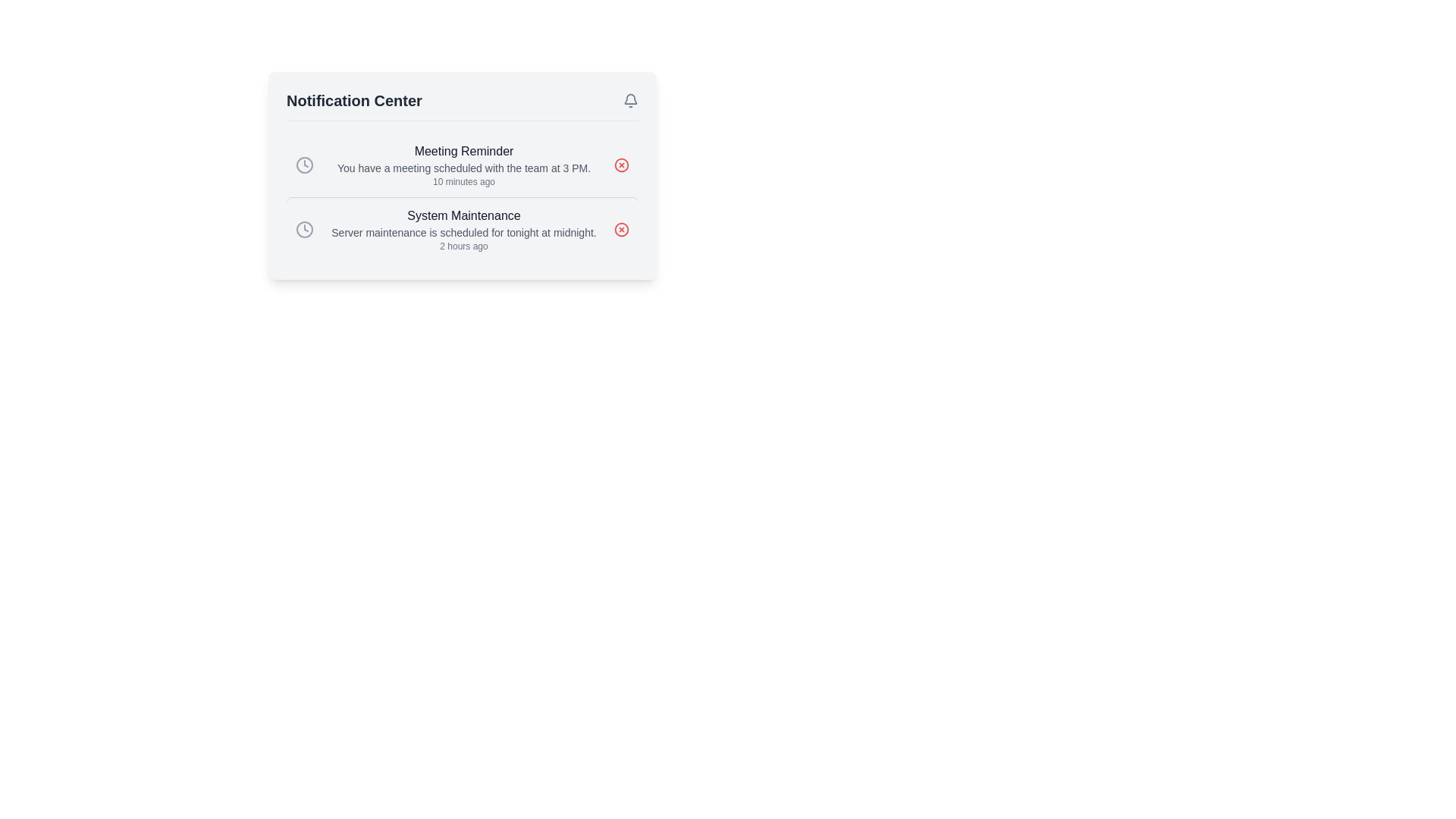 This screenshot has width=1456, height=819. Describe the element at coordinates (304, 165) in the screenshot. I see `the SVG circle element resembling a clock's outline, which is styled with a gray stroke and located to the left of the 'Server Maintenance' notification in the Notification Center` at that location.